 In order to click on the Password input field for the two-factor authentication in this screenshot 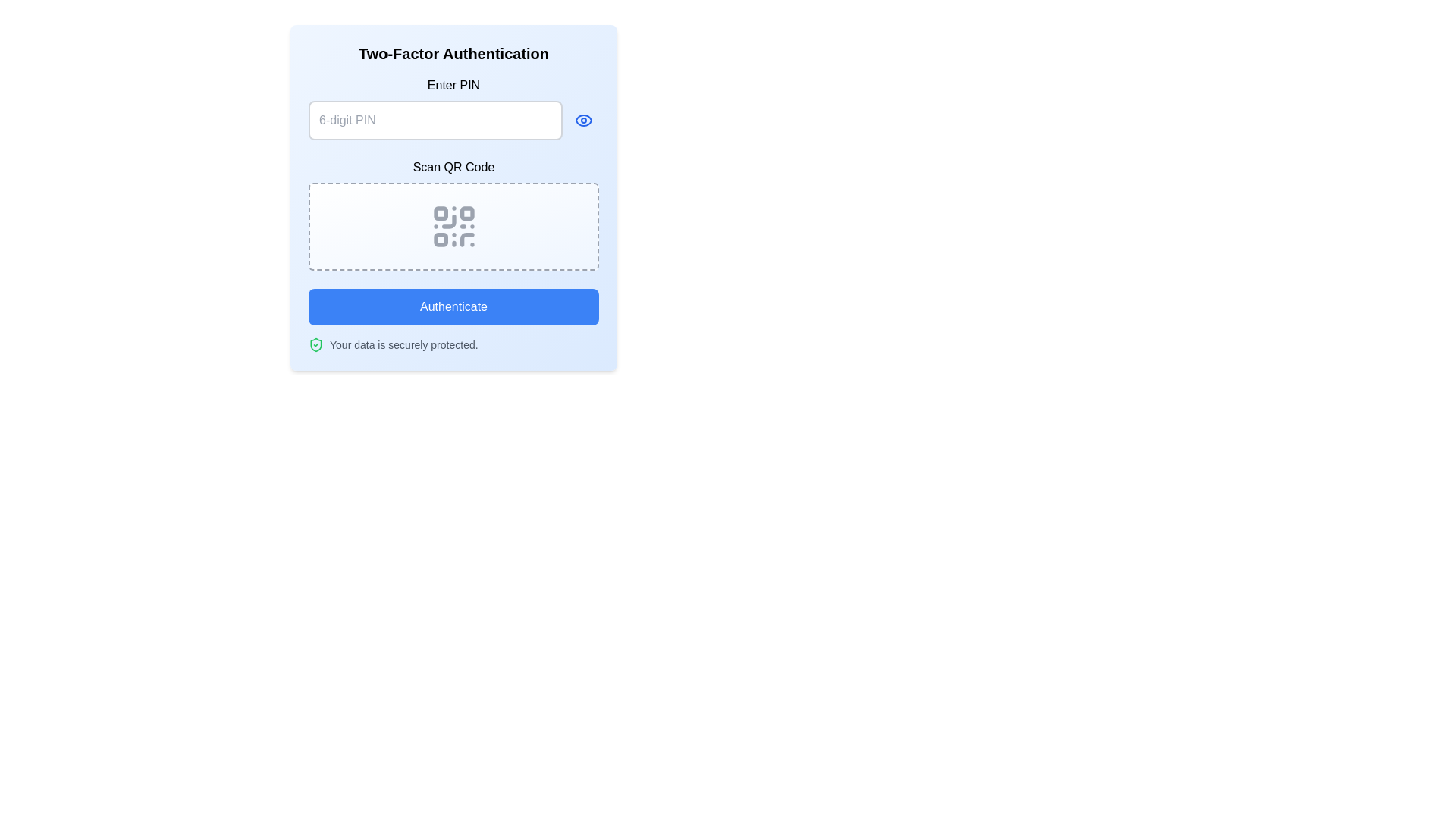, I will do `click(453, 107)`.